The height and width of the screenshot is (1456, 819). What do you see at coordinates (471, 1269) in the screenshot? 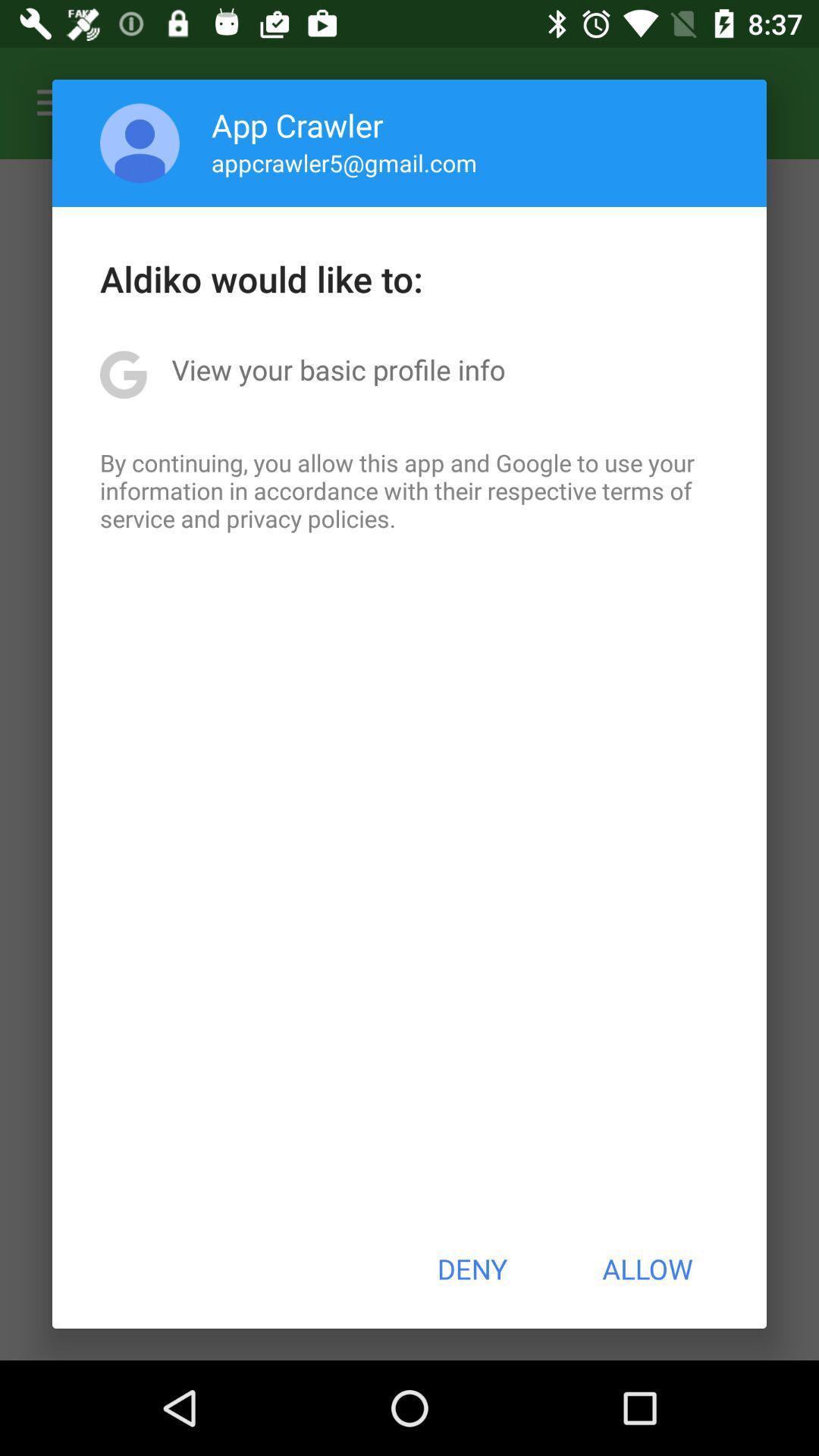
I see `the item next to the allow item` at bounding box center [471, 1269].